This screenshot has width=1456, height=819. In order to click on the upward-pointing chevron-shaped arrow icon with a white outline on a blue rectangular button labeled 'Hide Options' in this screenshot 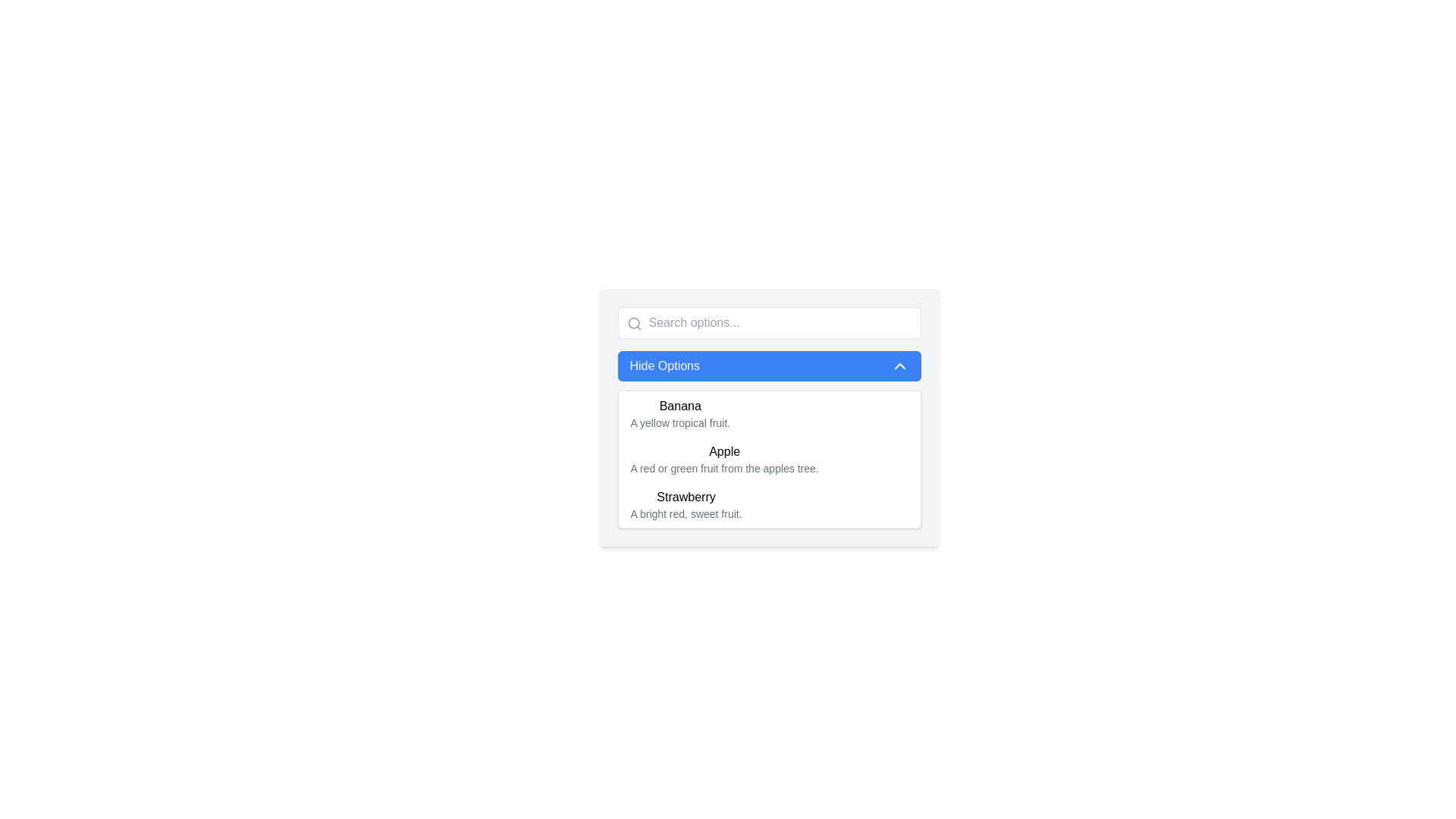, I will do `click(899, 366)`.